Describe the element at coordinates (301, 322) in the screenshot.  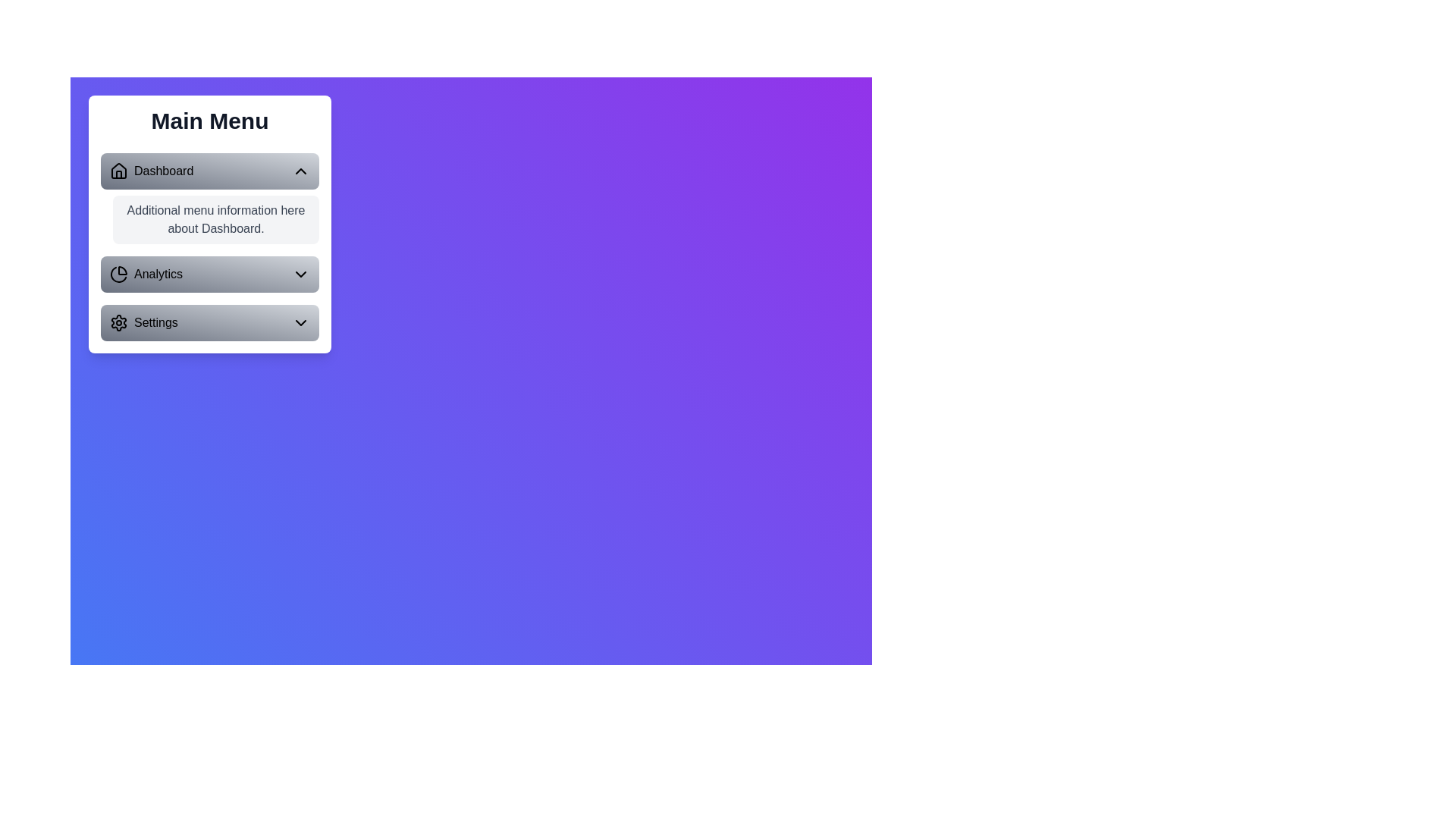
I see `the downward-pointing chevron icon located at the right side of the 'Settings' button in the vertical menu` at that location.